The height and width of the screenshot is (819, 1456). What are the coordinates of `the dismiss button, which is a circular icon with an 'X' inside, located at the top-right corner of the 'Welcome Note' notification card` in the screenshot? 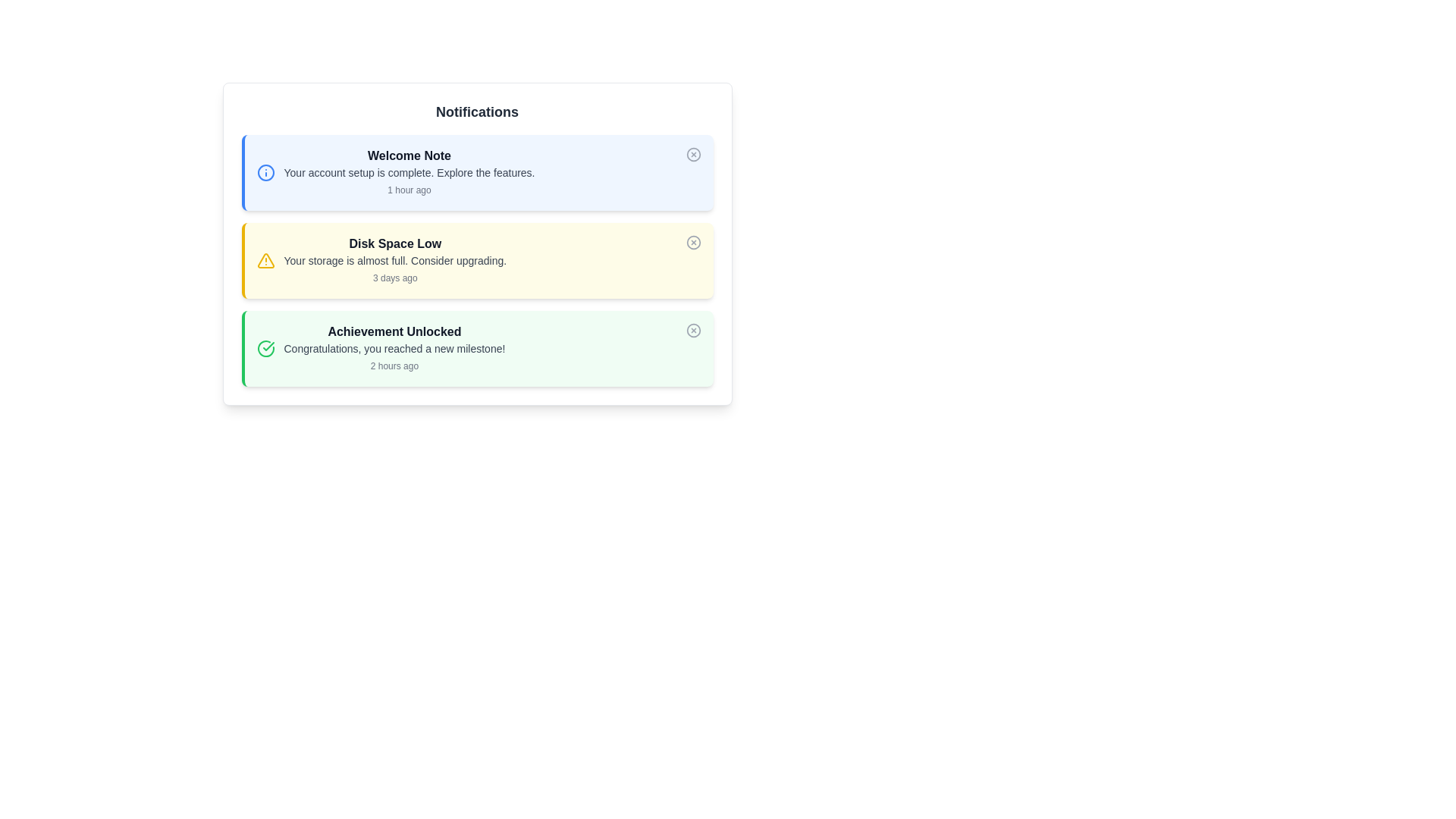 It's located at (692, 155).